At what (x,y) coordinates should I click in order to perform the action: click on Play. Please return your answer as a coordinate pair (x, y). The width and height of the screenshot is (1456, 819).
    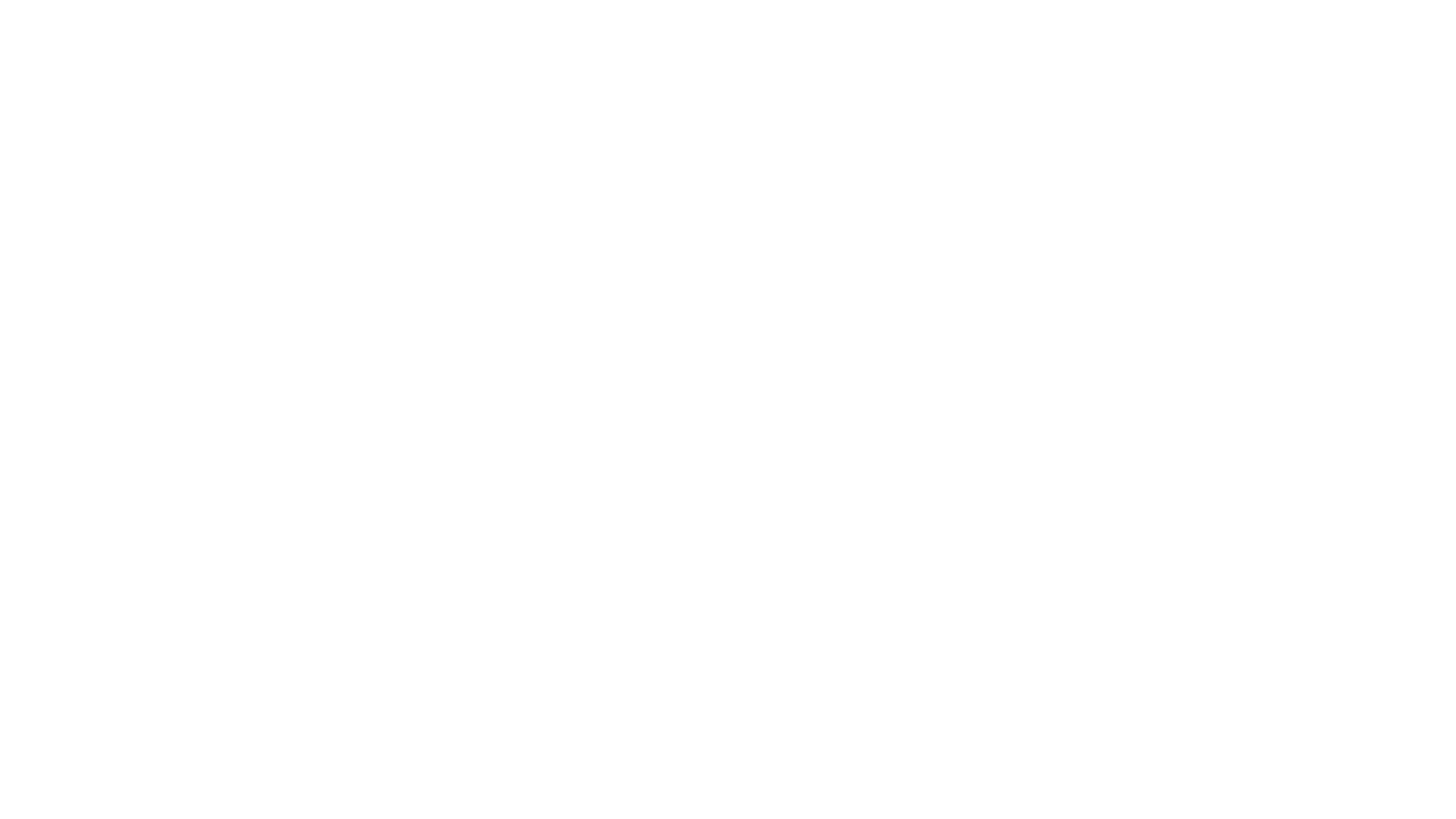
    Looking at the image, I should click on (58, 20).